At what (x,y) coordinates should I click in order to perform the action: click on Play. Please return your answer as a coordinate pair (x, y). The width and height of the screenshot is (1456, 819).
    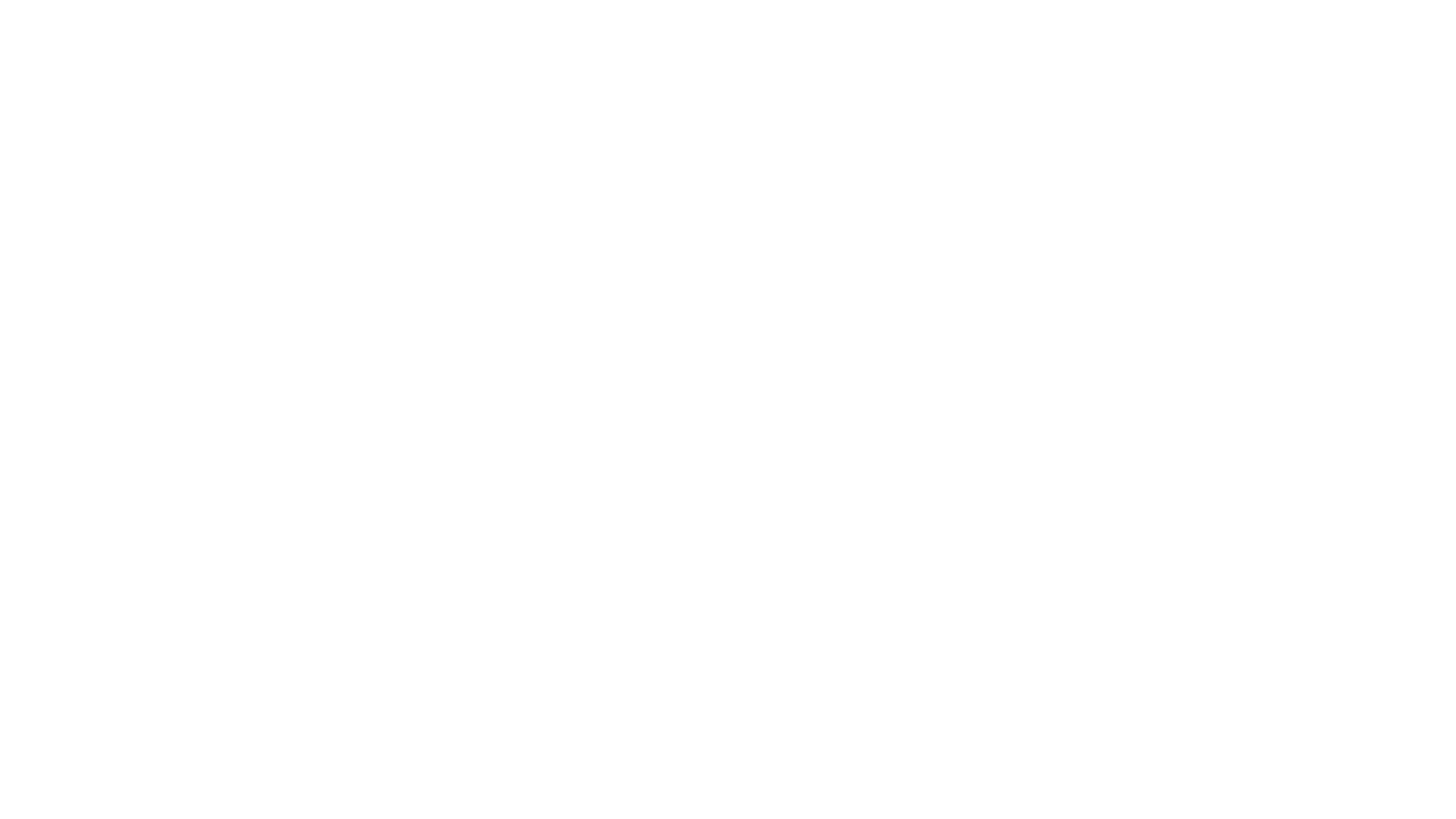
    Looking at the image, I should click on (58, 20).